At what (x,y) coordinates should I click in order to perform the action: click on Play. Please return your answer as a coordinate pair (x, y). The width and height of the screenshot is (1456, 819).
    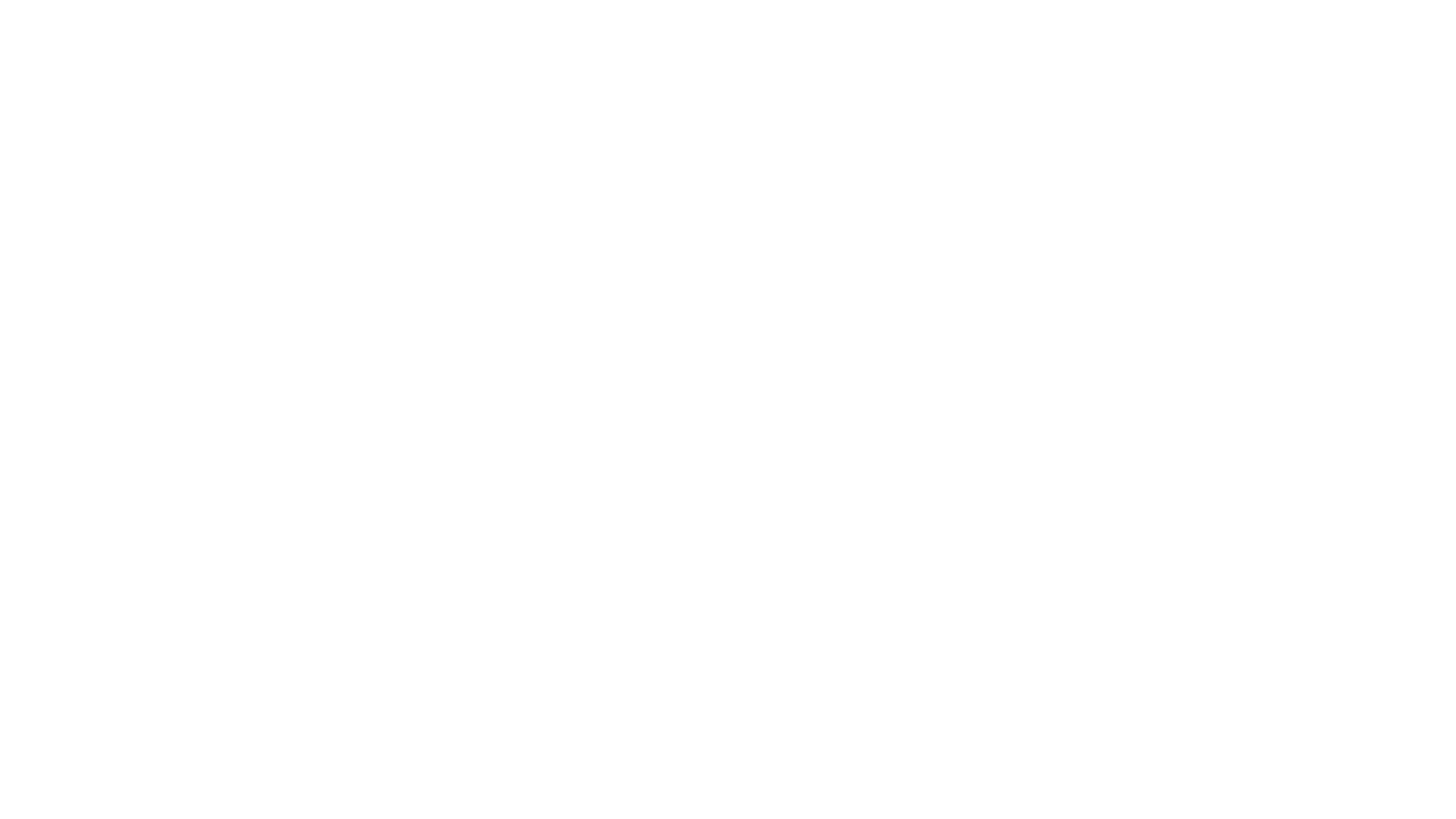
    Looking at the image, I should click on (58, 20).